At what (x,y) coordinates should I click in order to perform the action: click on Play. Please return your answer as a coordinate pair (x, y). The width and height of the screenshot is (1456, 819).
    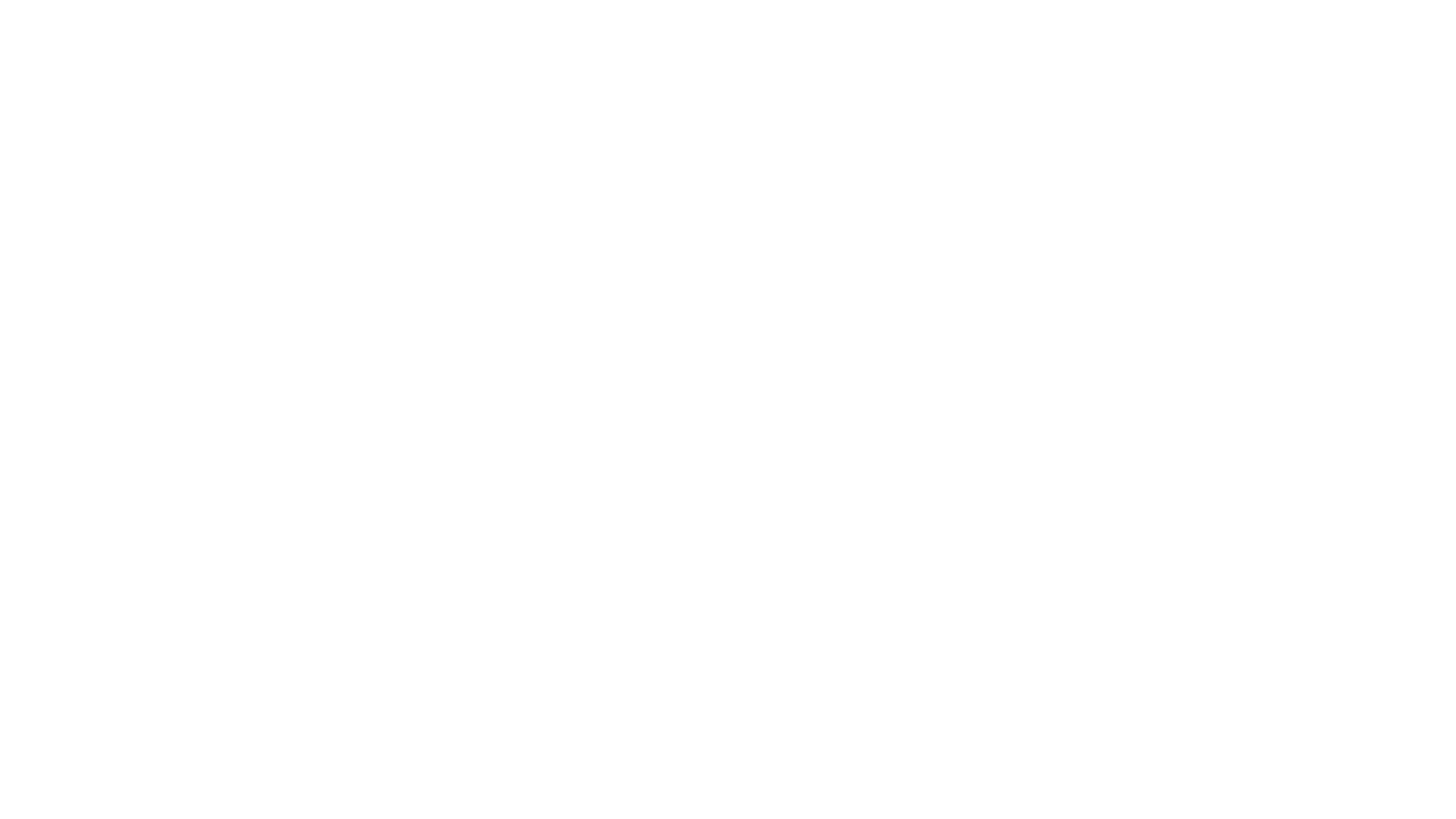
    Looking at the image, I should click on (58, 20).